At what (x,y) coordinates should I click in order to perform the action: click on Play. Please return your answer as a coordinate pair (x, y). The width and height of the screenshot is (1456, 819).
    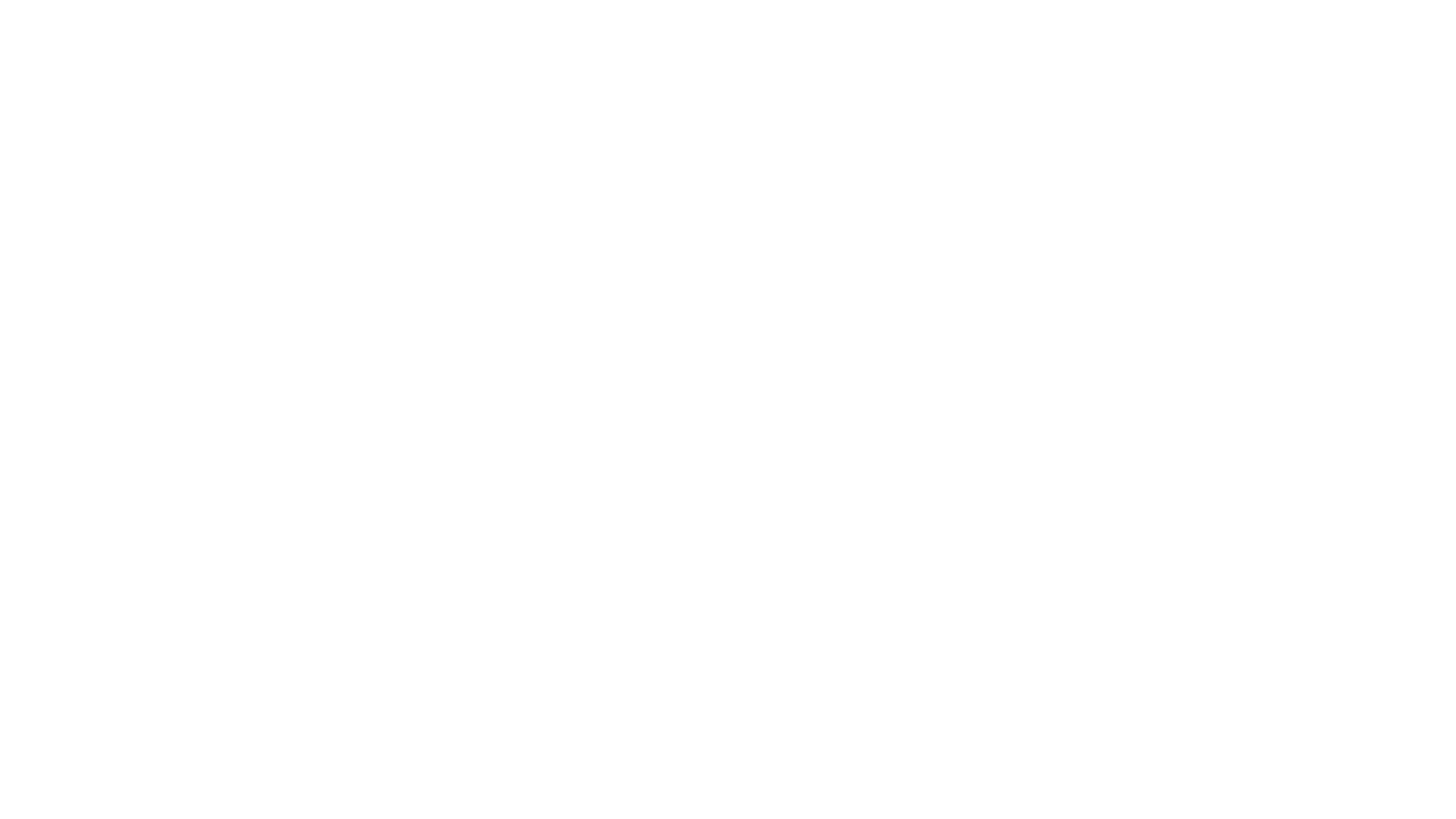
    Looking at the image, I should click on (58, 20).